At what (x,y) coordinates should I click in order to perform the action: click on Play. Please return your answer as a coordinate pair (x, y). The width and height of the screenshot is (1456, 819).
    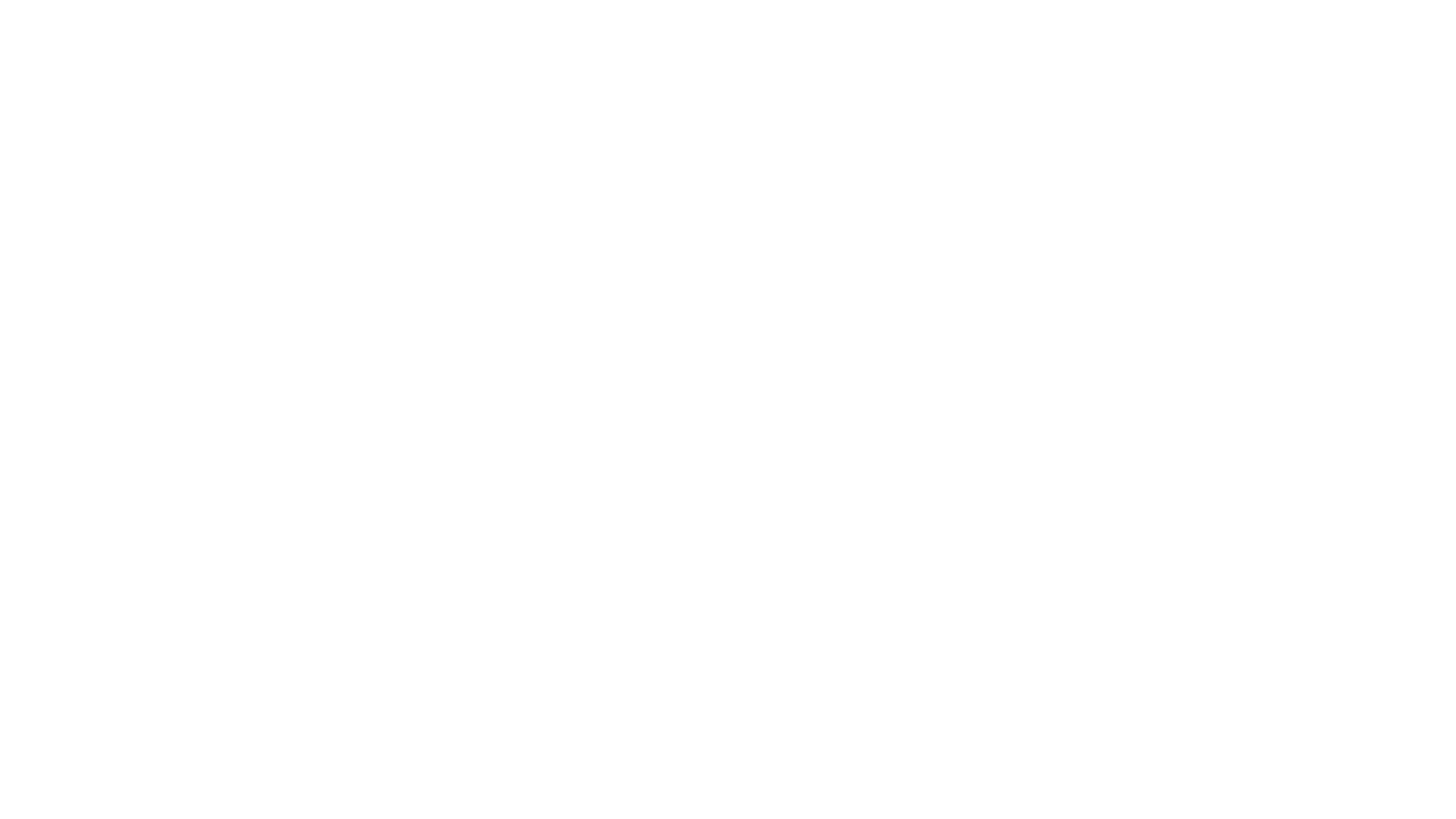
    Looking at the image, I should click on (58, 20).